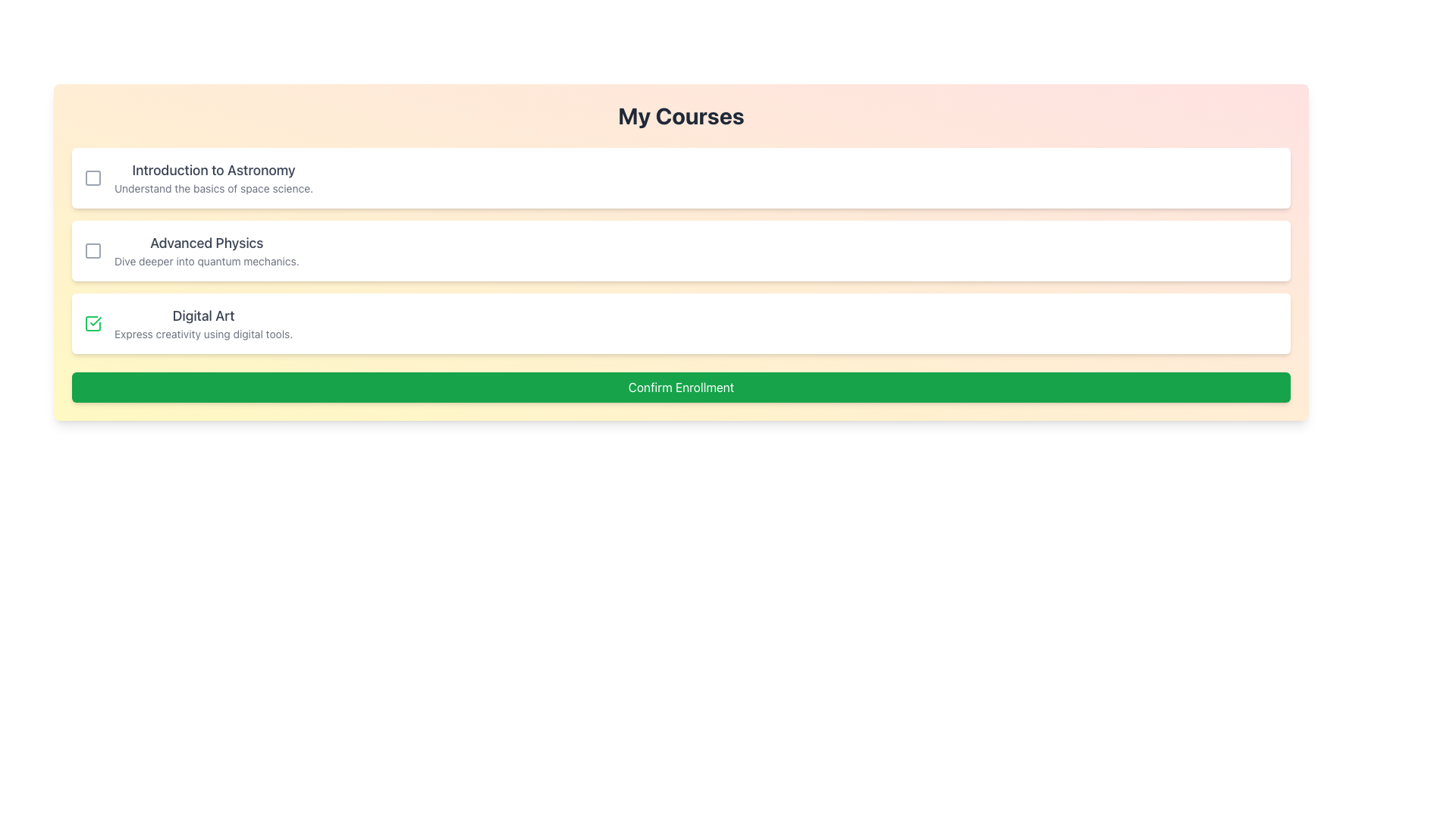 Image resolution: width=1456 pixels, height=819 pixels. What do you see at coordinates (206, 250) in the screenshot?
I see `the adjacent controls of the 'Advanced Physics' text element, which is the second option in the list of course items` at bounding box center [206, 250].